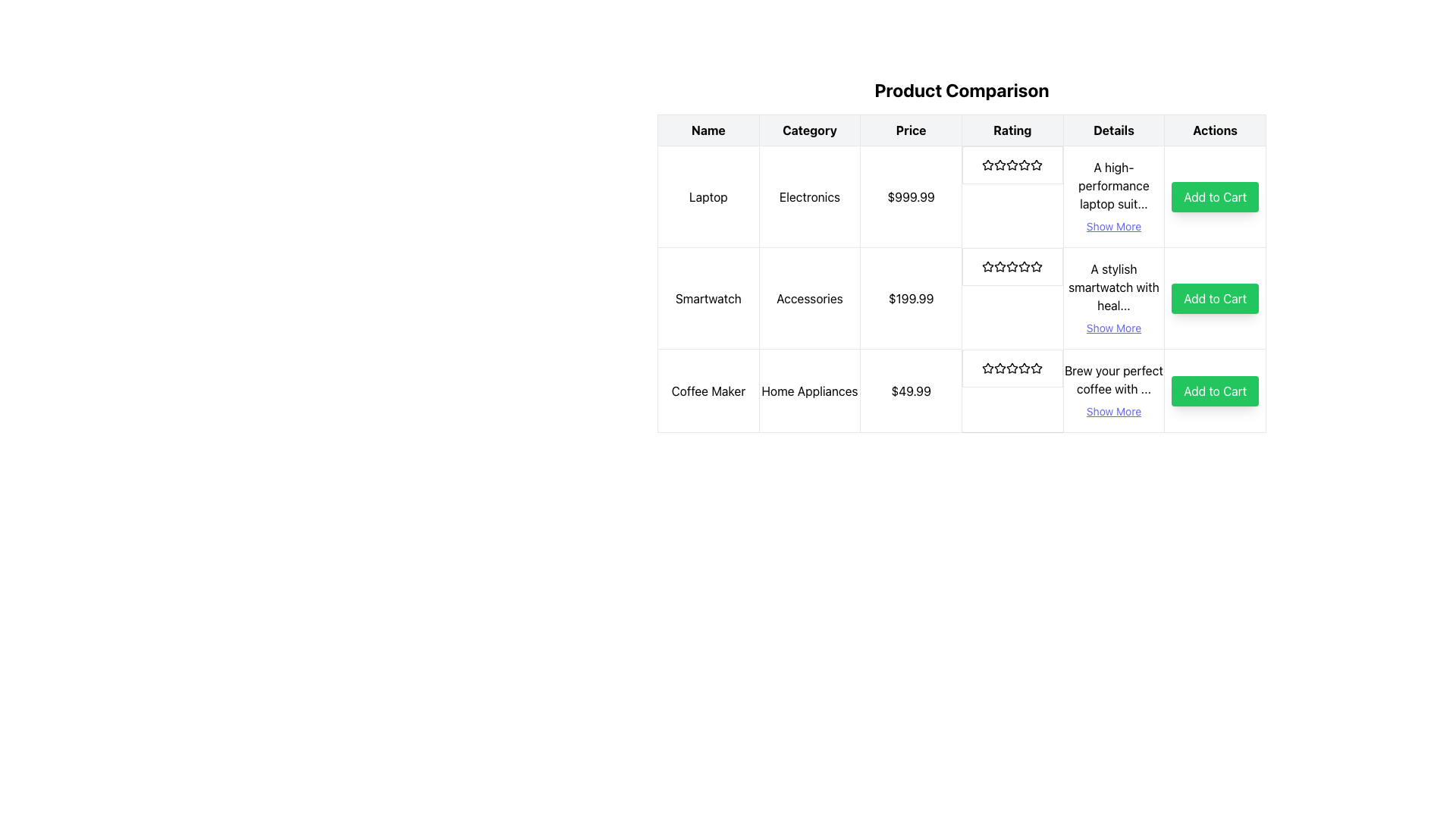 The height and width of the screenshot is (819, 1456). I want to click on the rating indication by focusing on the seventh star-shaped icon in the Rating column of the Coffee Maker row in the product comparison table, so click(1036, 368).